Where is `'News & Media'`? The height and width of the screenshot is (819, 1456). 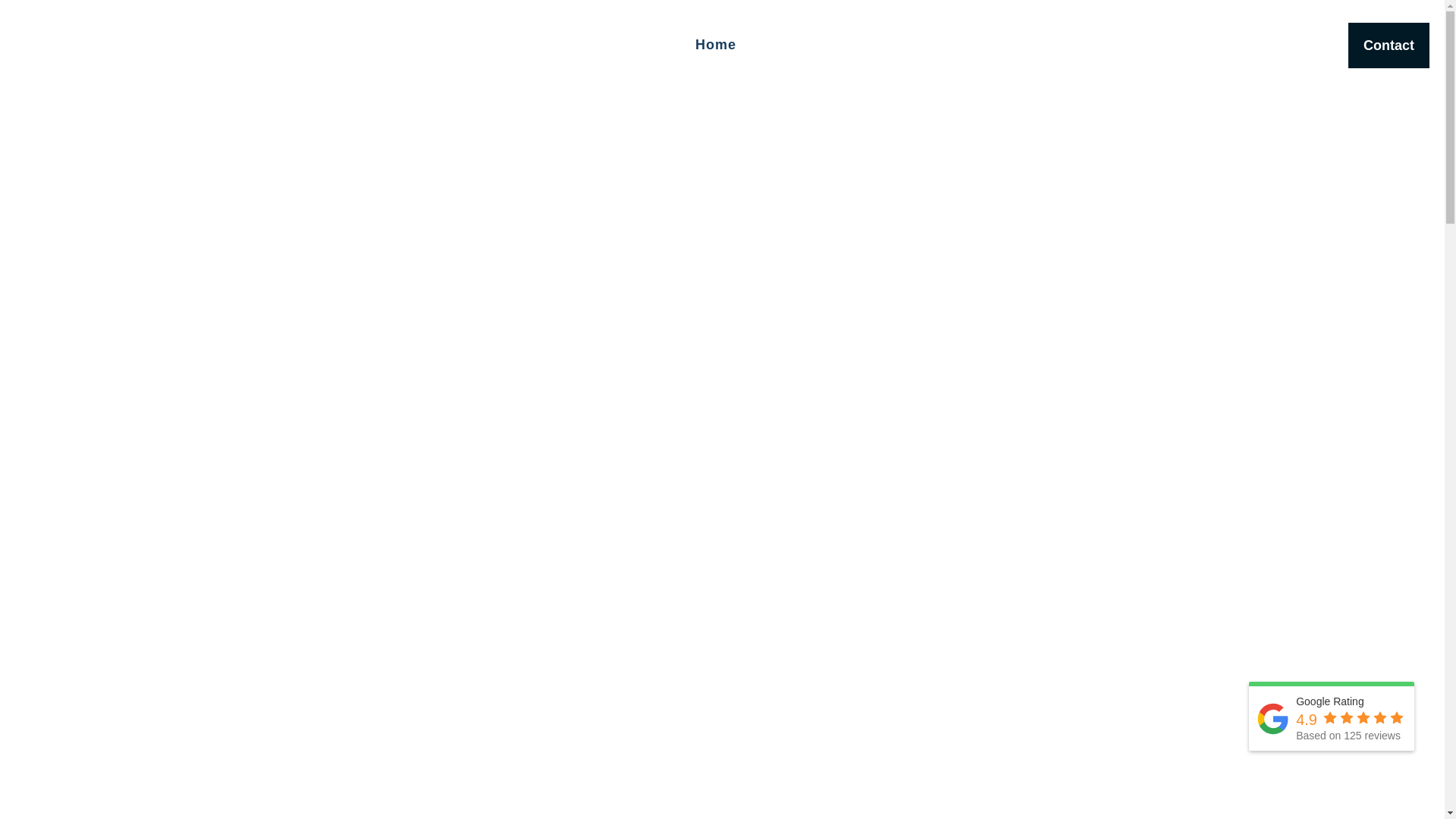
'News & Media' is located at coordinates (1211, 45).